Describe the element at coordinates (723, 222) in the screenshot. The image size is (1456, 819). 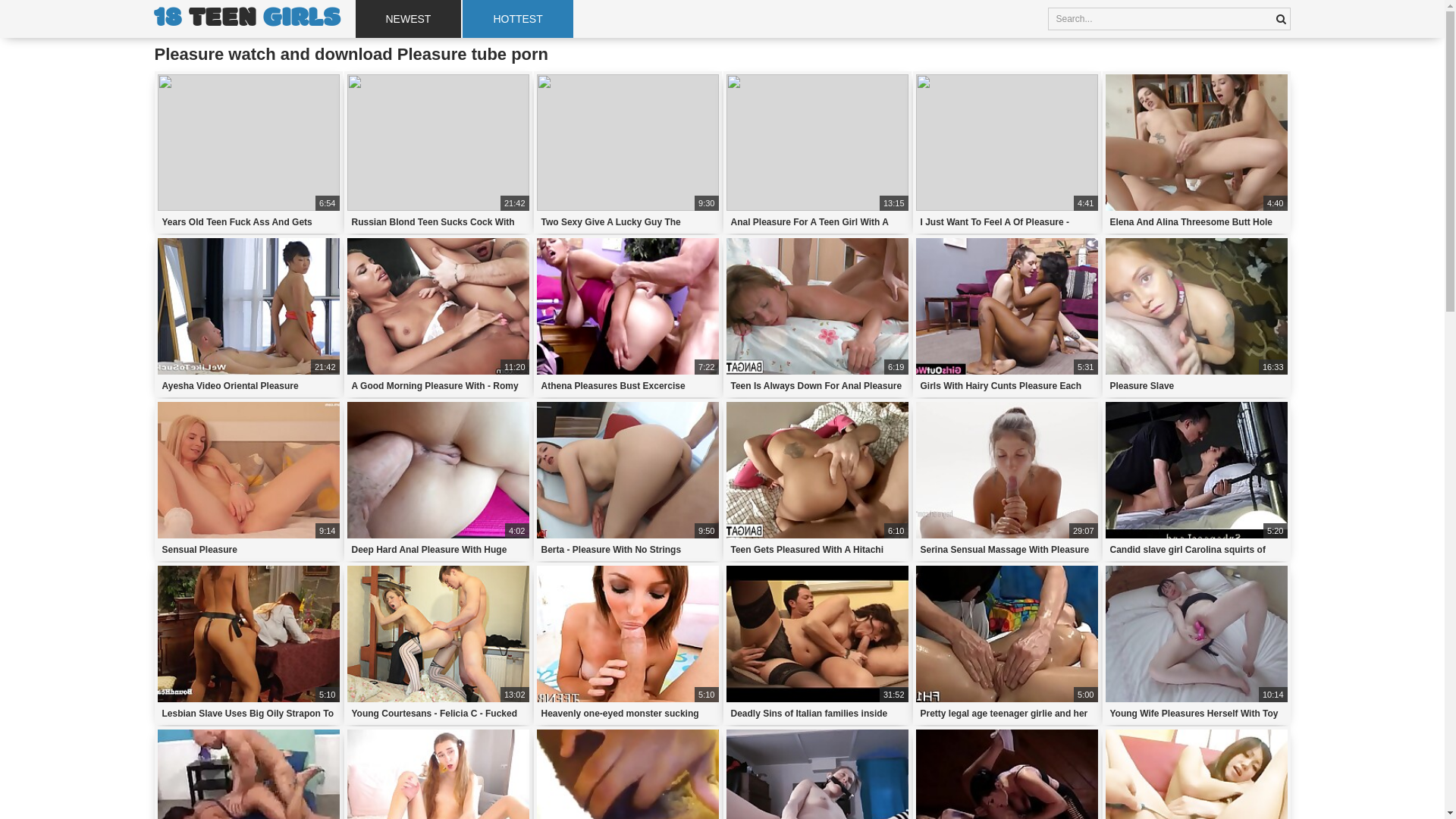
I see `'Anal Pleasure For A Teen Girl With A Gorgeous Booty'` at that location.